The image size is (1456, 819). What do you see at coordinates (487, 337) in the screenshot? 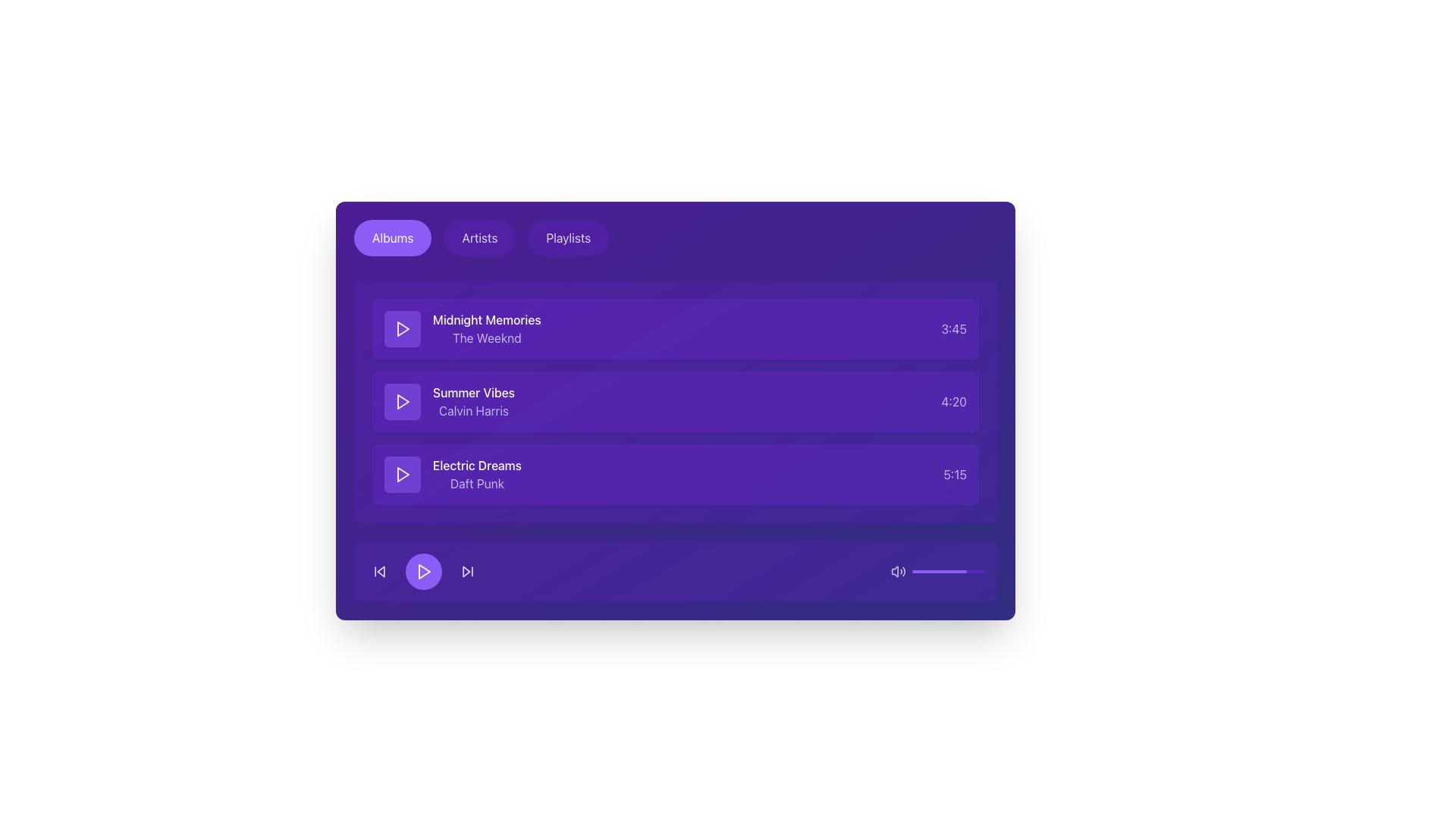
I see `the text label displaying 'The Weeknd' in violet shade, located beneath the label 'Midnight Memories' in the track listing interface` at bounding box center [487, 337].